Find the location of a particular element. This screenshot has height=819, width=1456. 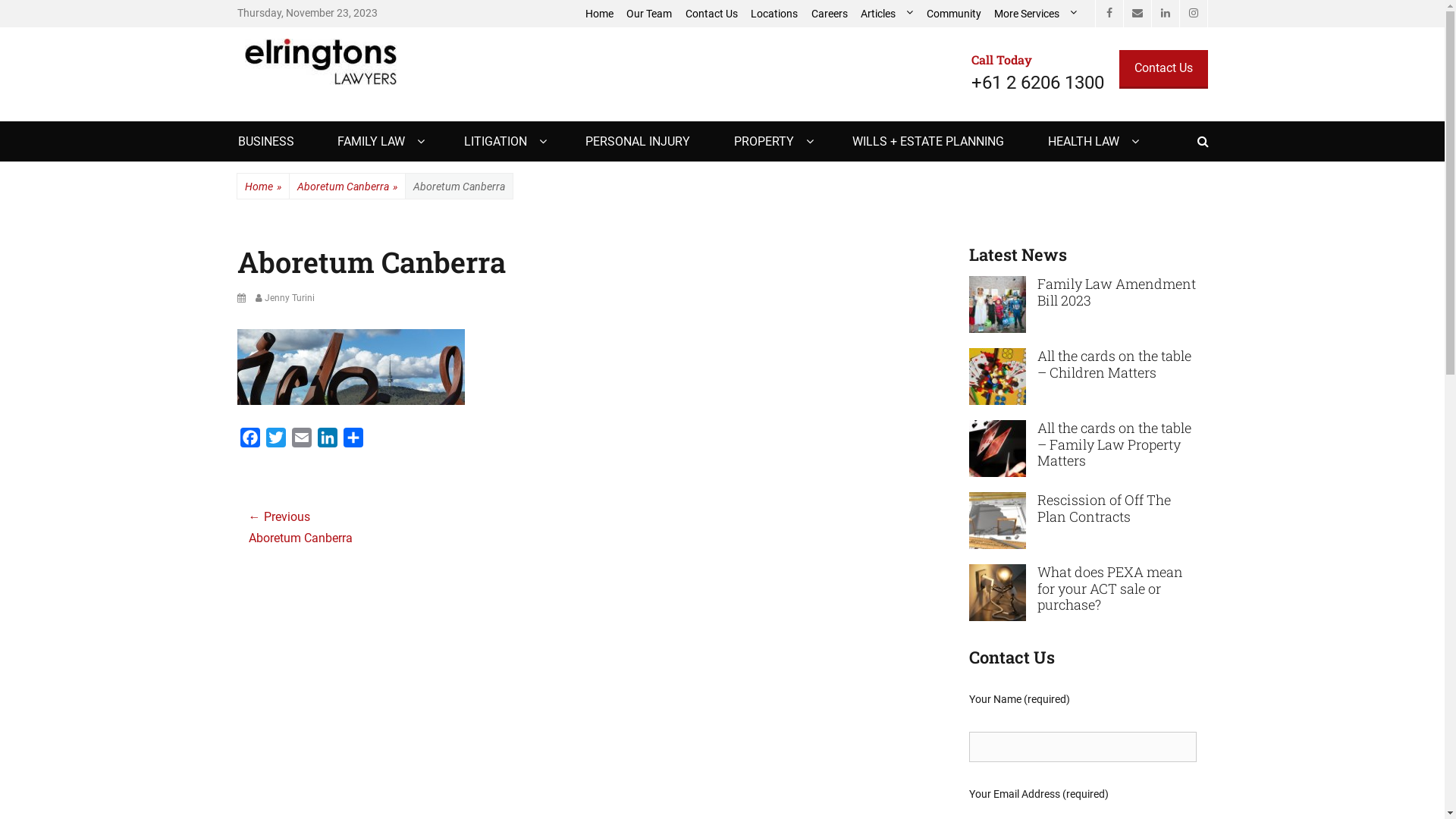

'Jenny Turini' is located at coordinates (284, 298).